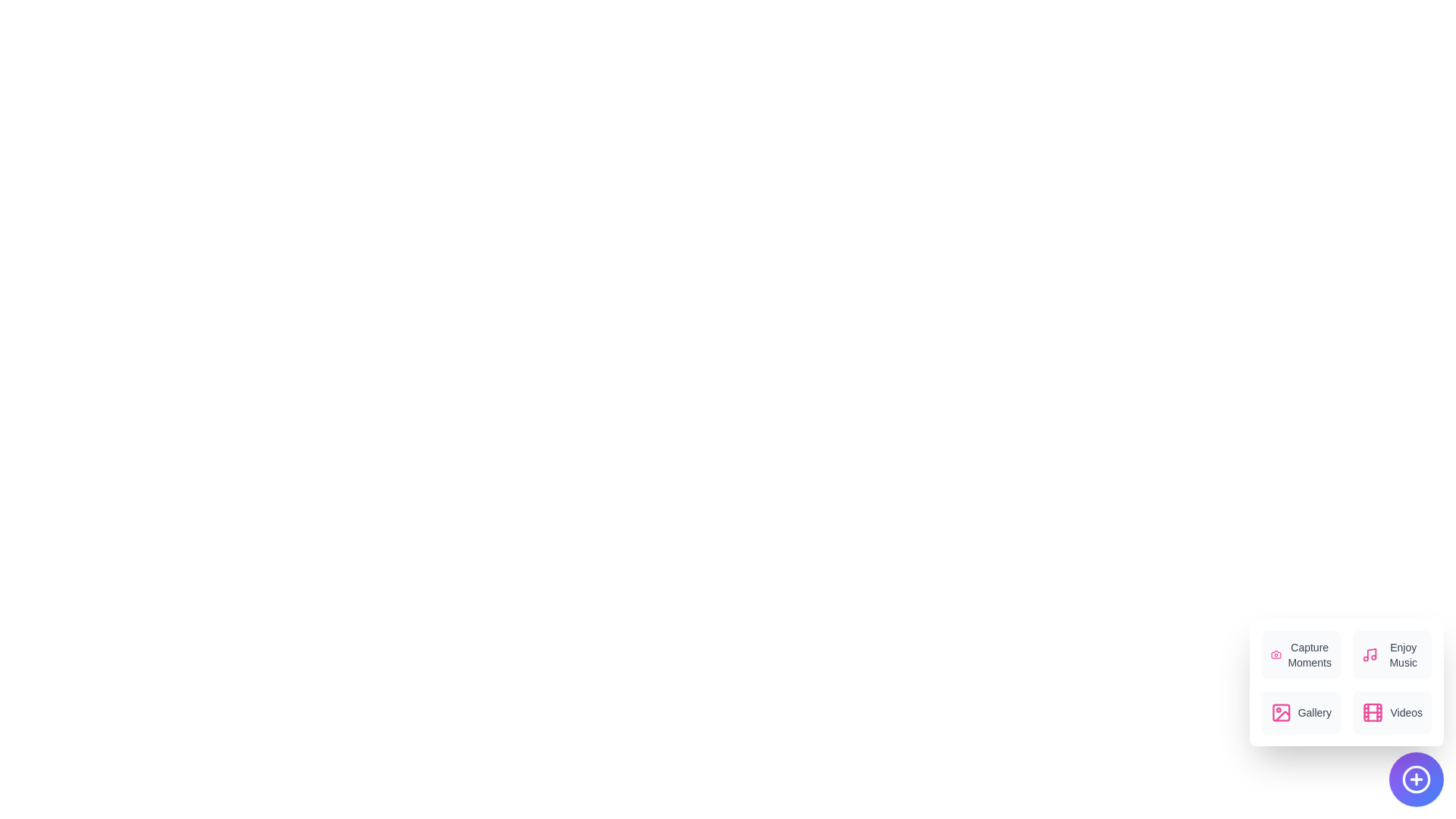 This screenshot has height=819, width=1456. What do you see at coordinates (1392, 713) in the screenshot?
I see `the Videos from the speed dial menu` at bounding box center [1392, 713].